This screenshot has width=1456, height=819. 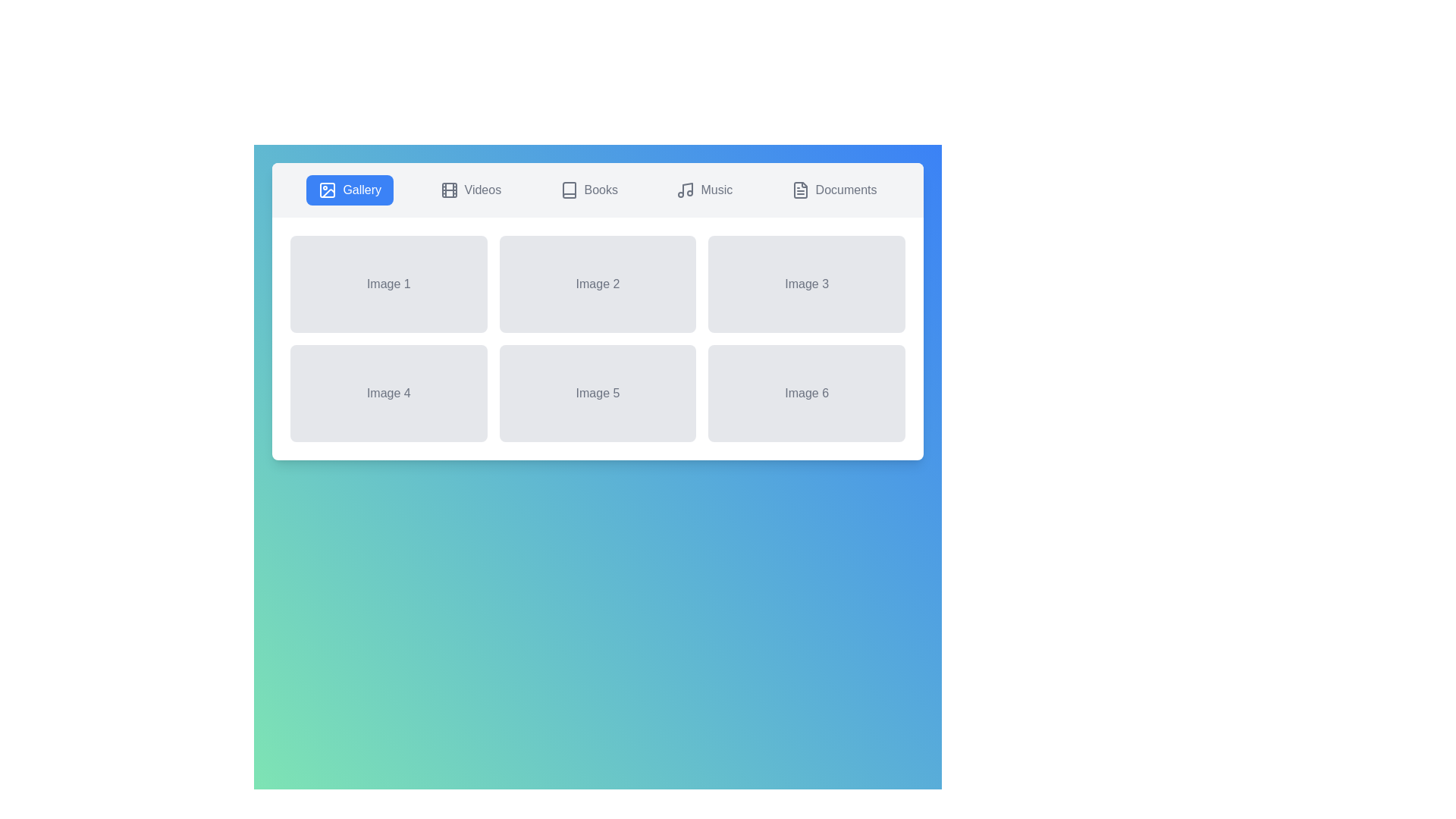 What do you see at coordinates (597, 311) in the screenshot?
I see `the second card in the first row of a three-column grid to interact or view its details` at bounding box center [597, 311].